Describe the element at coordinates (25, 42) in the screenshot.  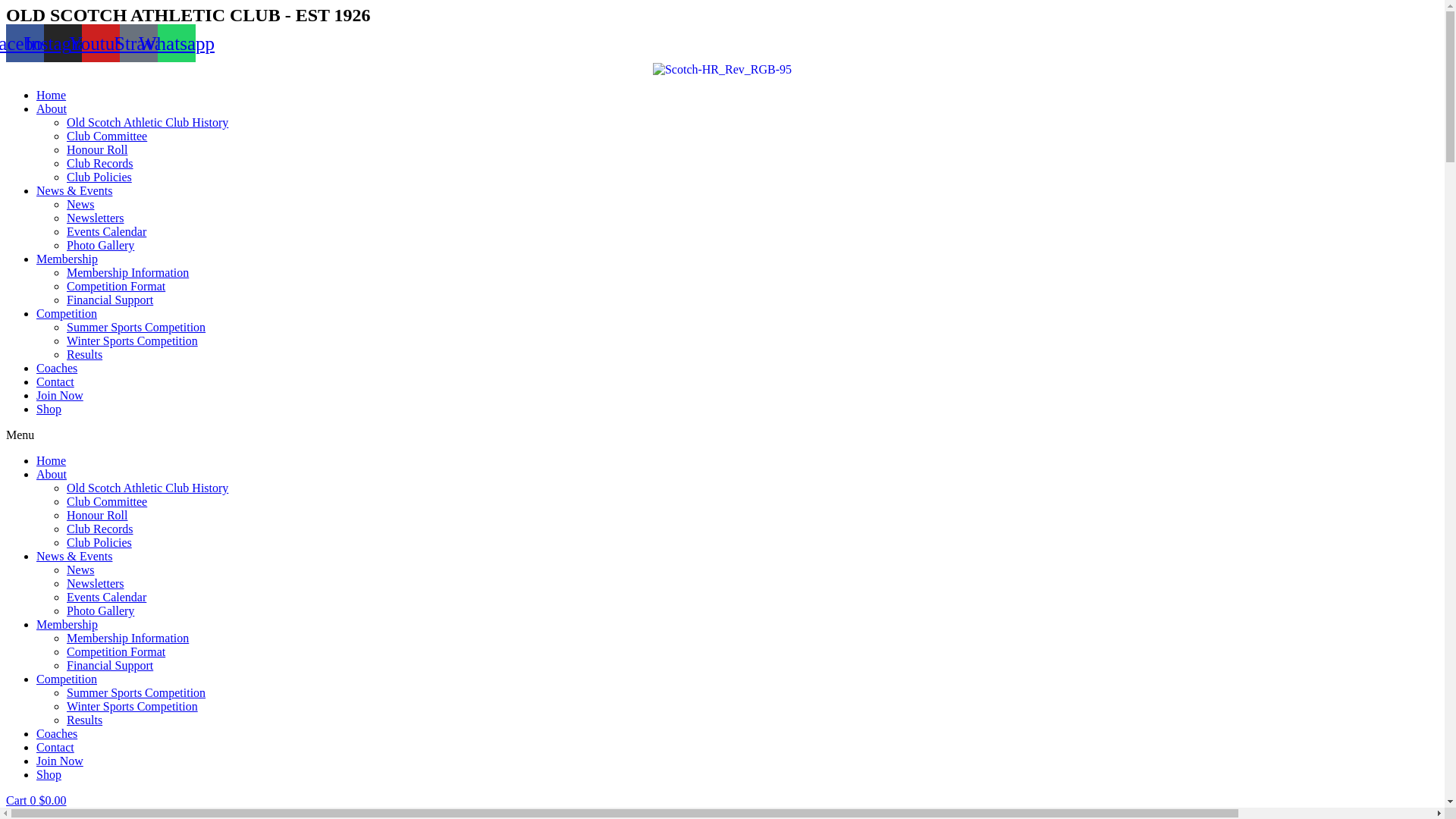
I see `'Facebook'` at that location.